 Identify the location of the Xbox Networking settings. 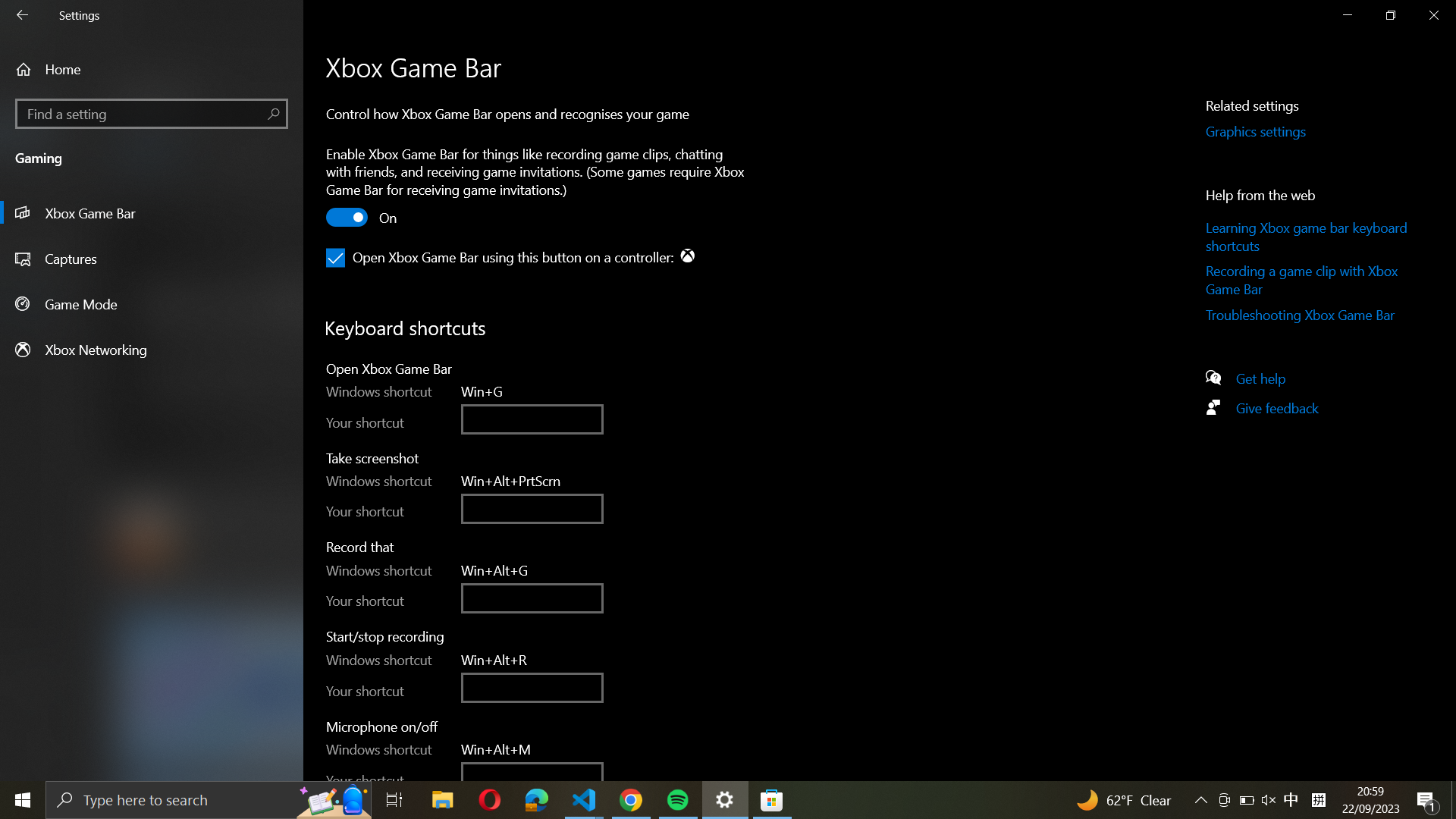
(152, 349).